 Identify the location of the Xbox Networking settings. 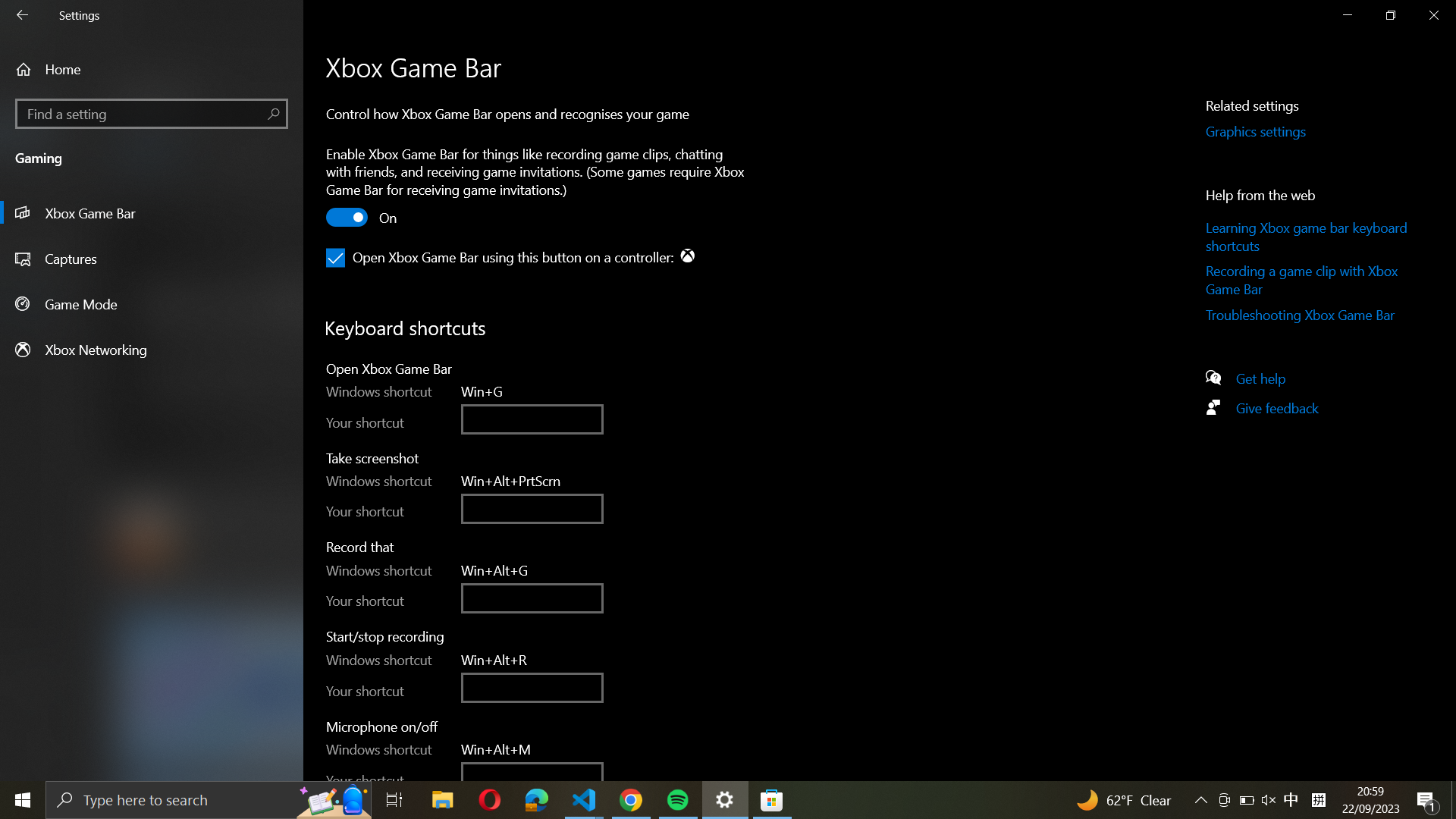
(152, 349).